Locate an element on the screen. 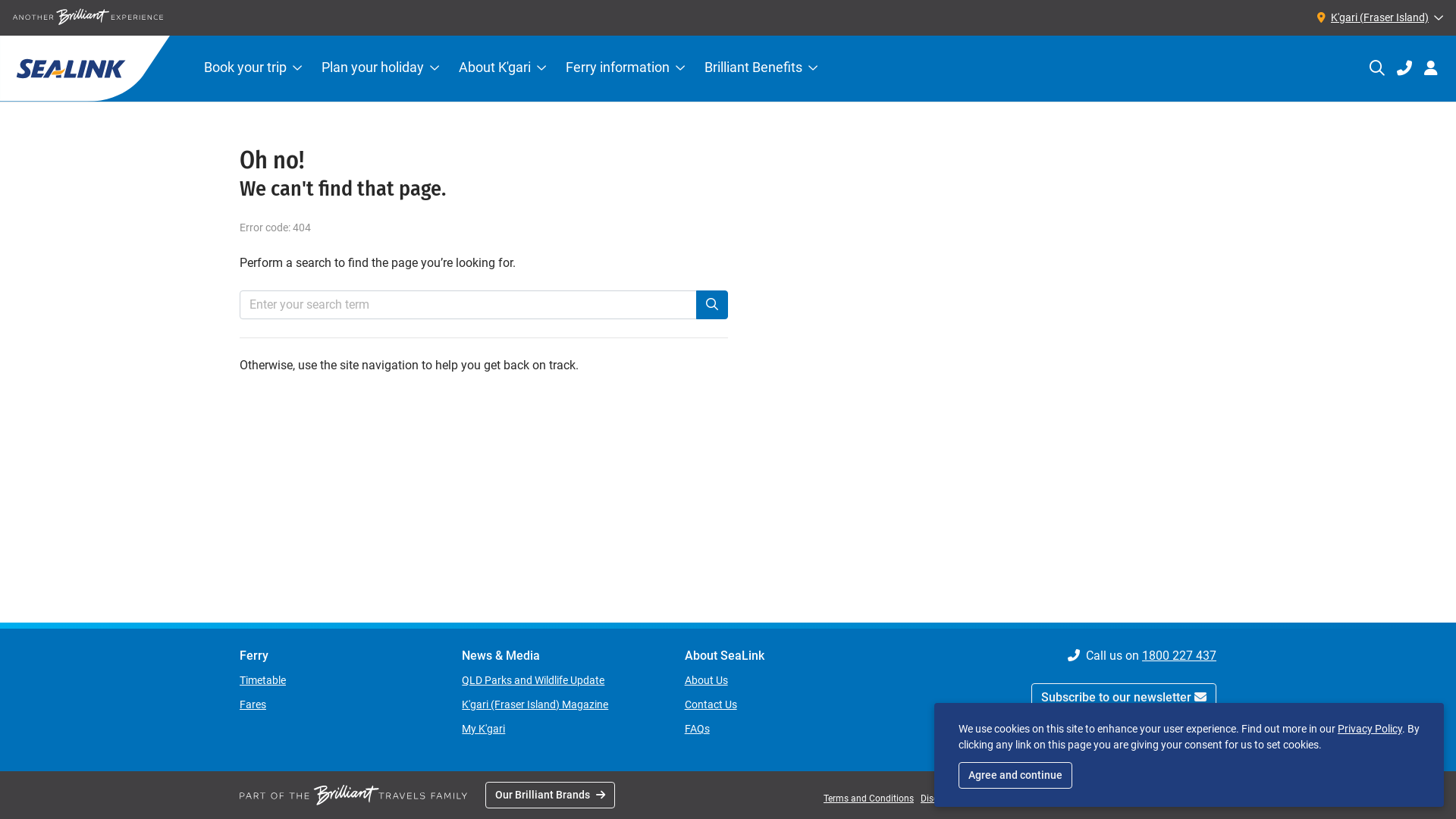 This screenshot has width=1456, height=819. 'News & Media' is located at coordinates (560, 654).